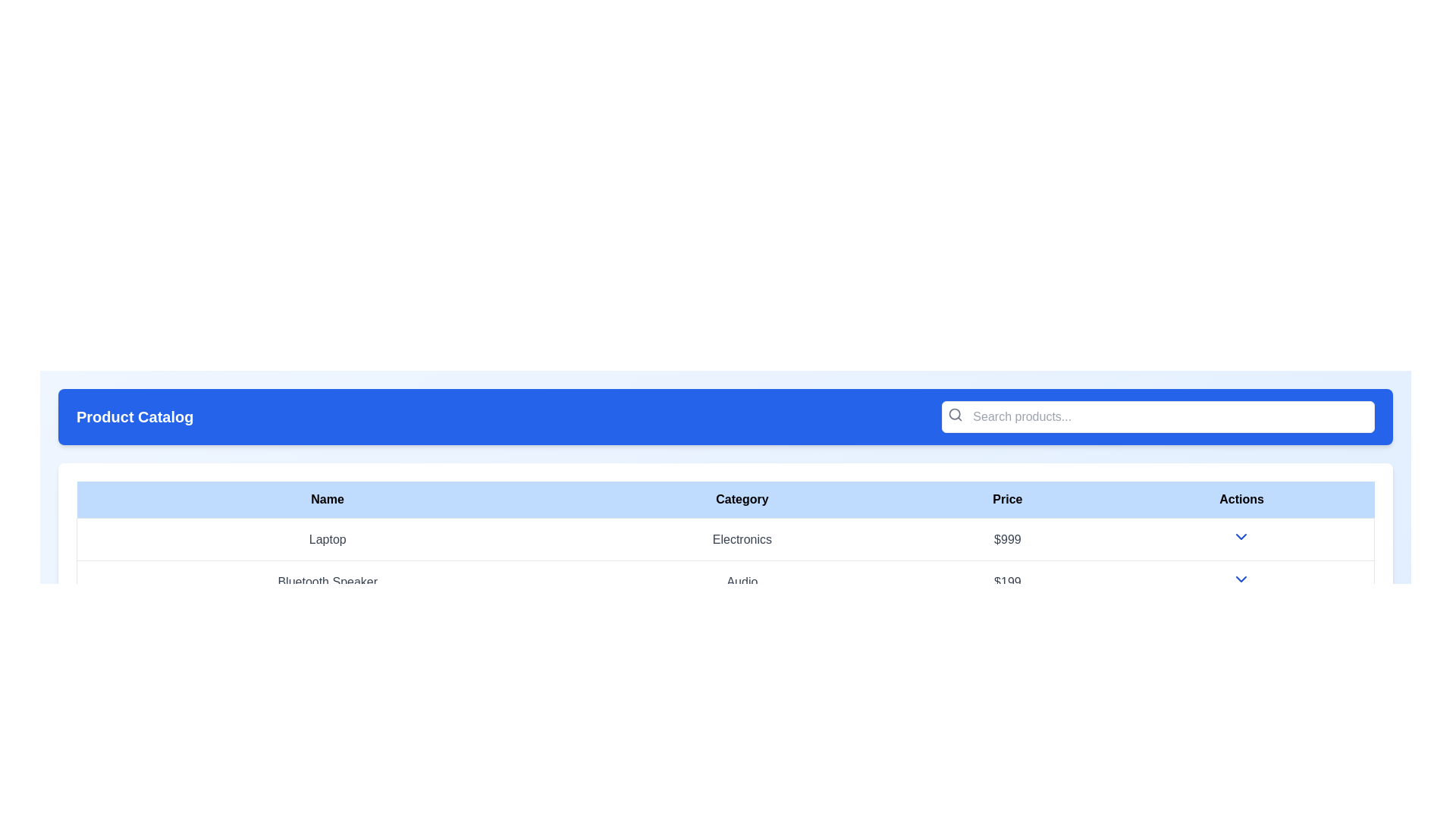  I want to click on the text label displaying 'Electronics' in the 'Category' column, positioned between the 'Name' and 'Price' columns in the first row, so click(742, 538).